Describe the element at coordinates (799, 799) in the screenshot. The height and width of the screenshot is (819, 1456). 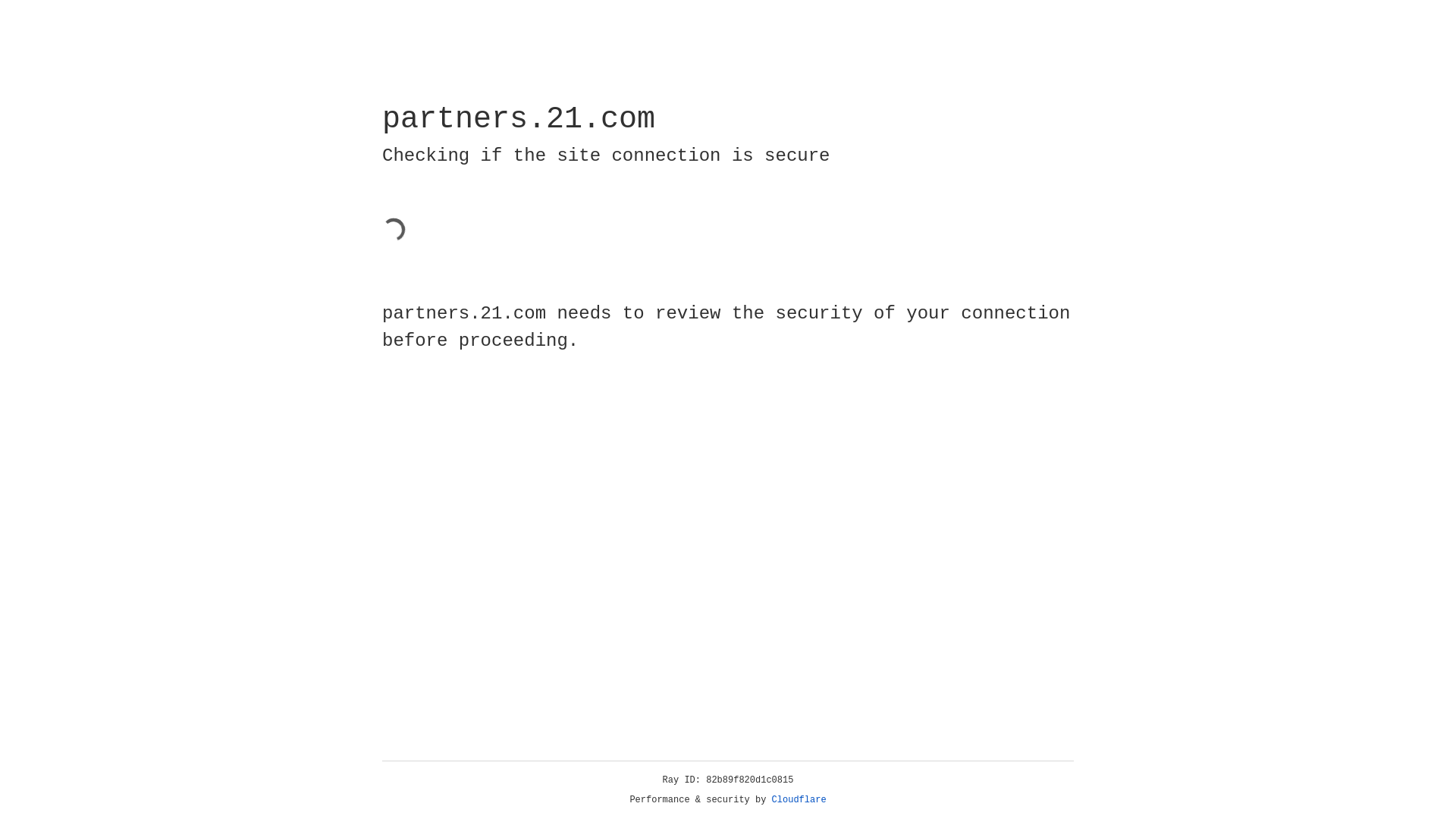
I see `'Cloudflare'` at that location.